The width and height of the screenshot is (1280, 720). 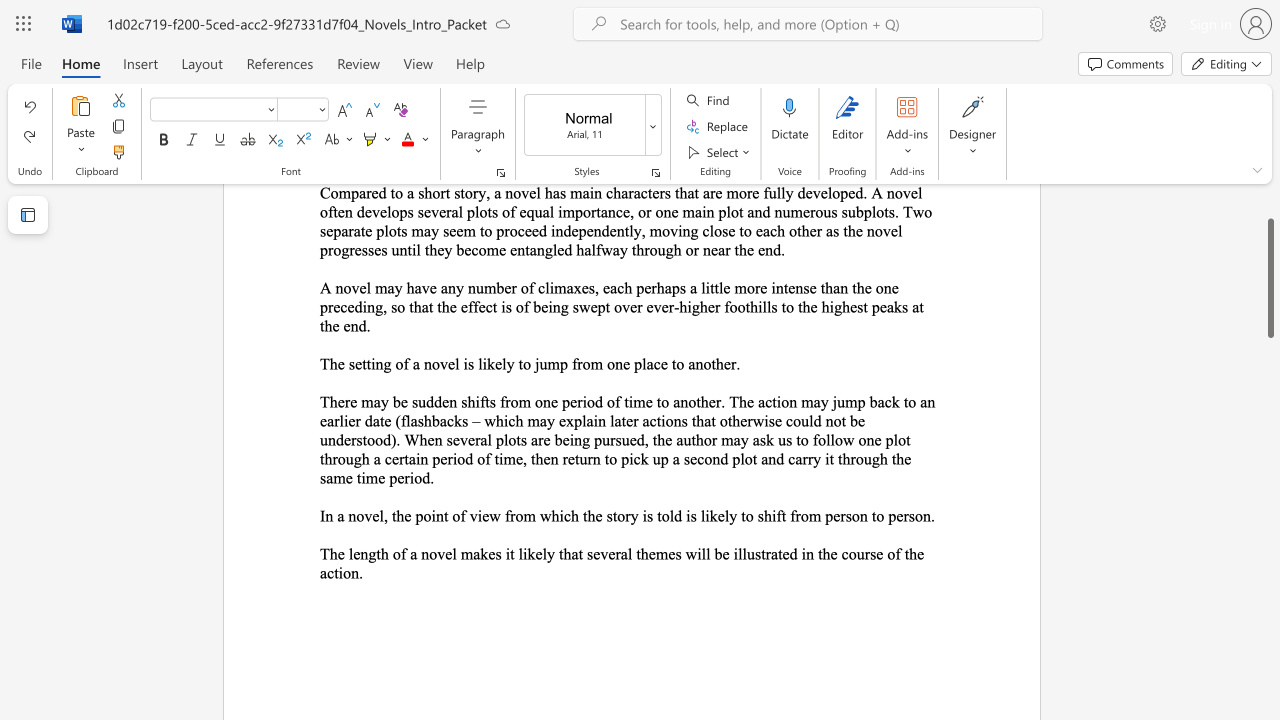 I want to click on the subset text "ses until they becom" within the text "Compared to a short story, a novel has main characters that are more fully developed. A novel often develops several plots of equal importance, or one main plot and numerous subplots. Two separate plots may seem to proceed independently, moving close to each other as the novel progresses until they become entangled halfway through or near the end.", so click(x=368, y=248).